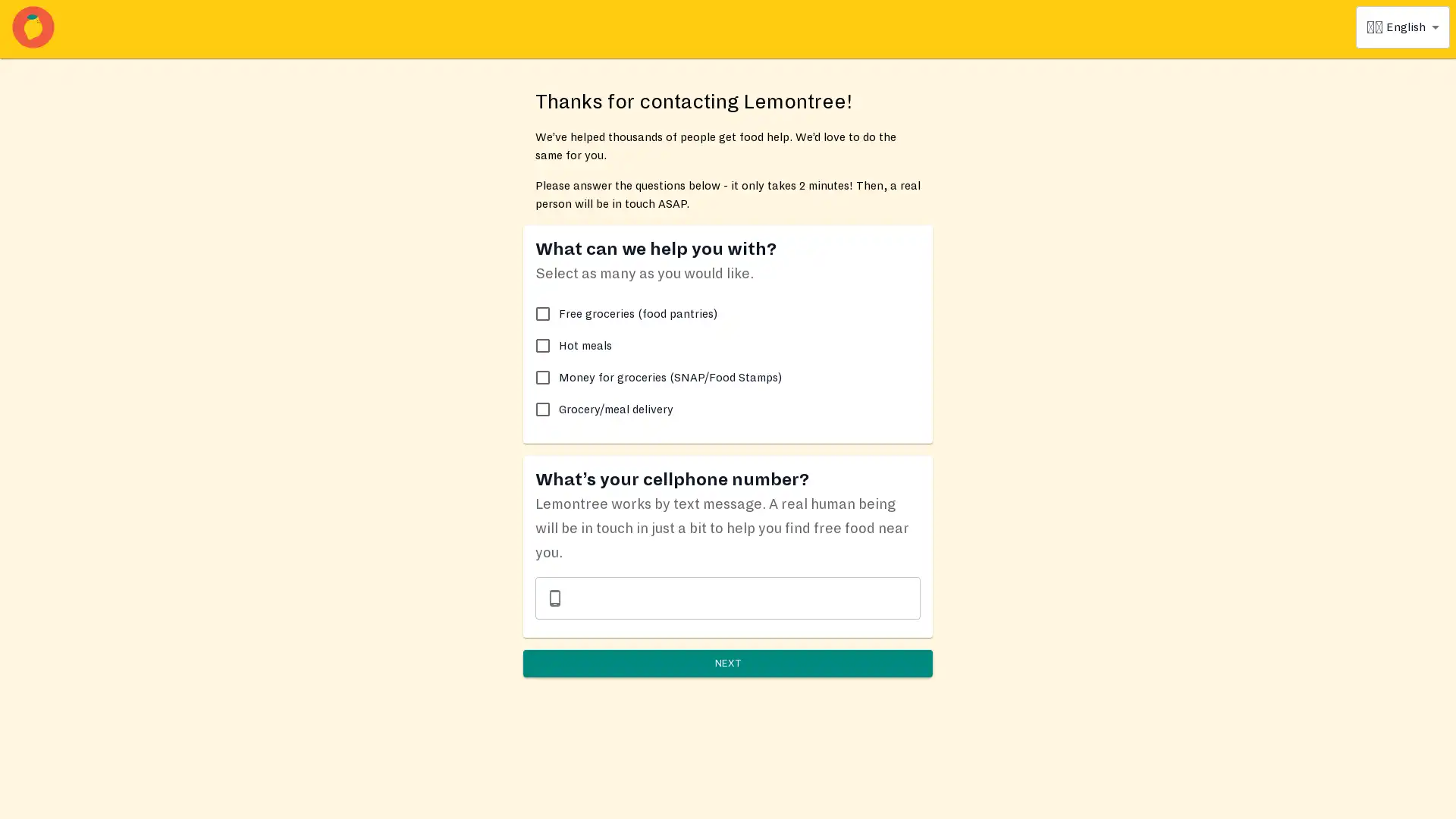 The width and height of the screenshot is (1456, 819). What do you see at coordinates (728, 662) in the screenshot?
I see `NEXT` at bounding box center [728, 662].